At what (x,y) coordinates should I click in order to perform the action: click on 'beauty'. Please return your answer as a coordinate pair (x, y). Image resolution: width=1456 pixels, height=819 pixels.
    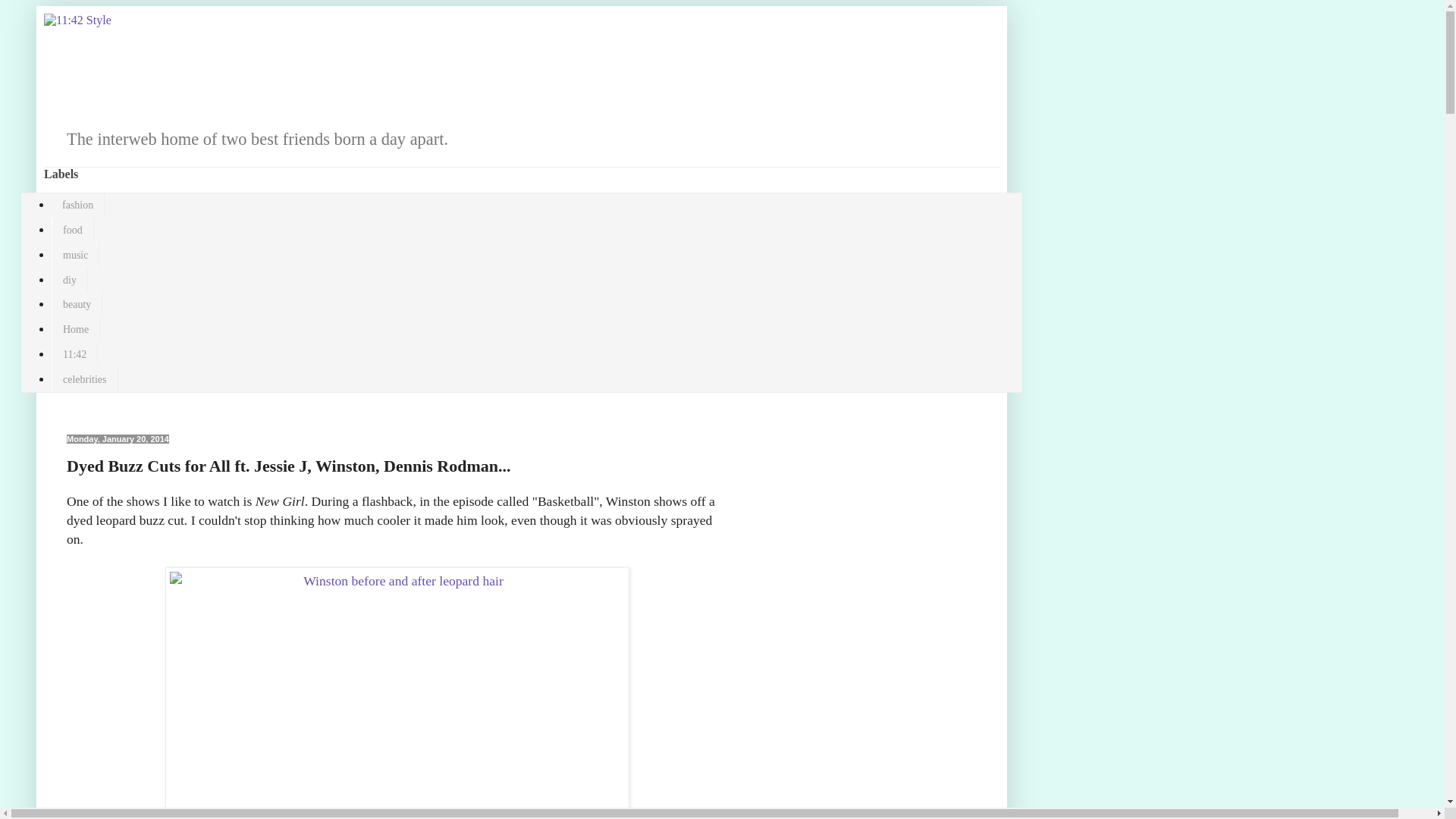
    Looking at the image, I should click on (76, 305).